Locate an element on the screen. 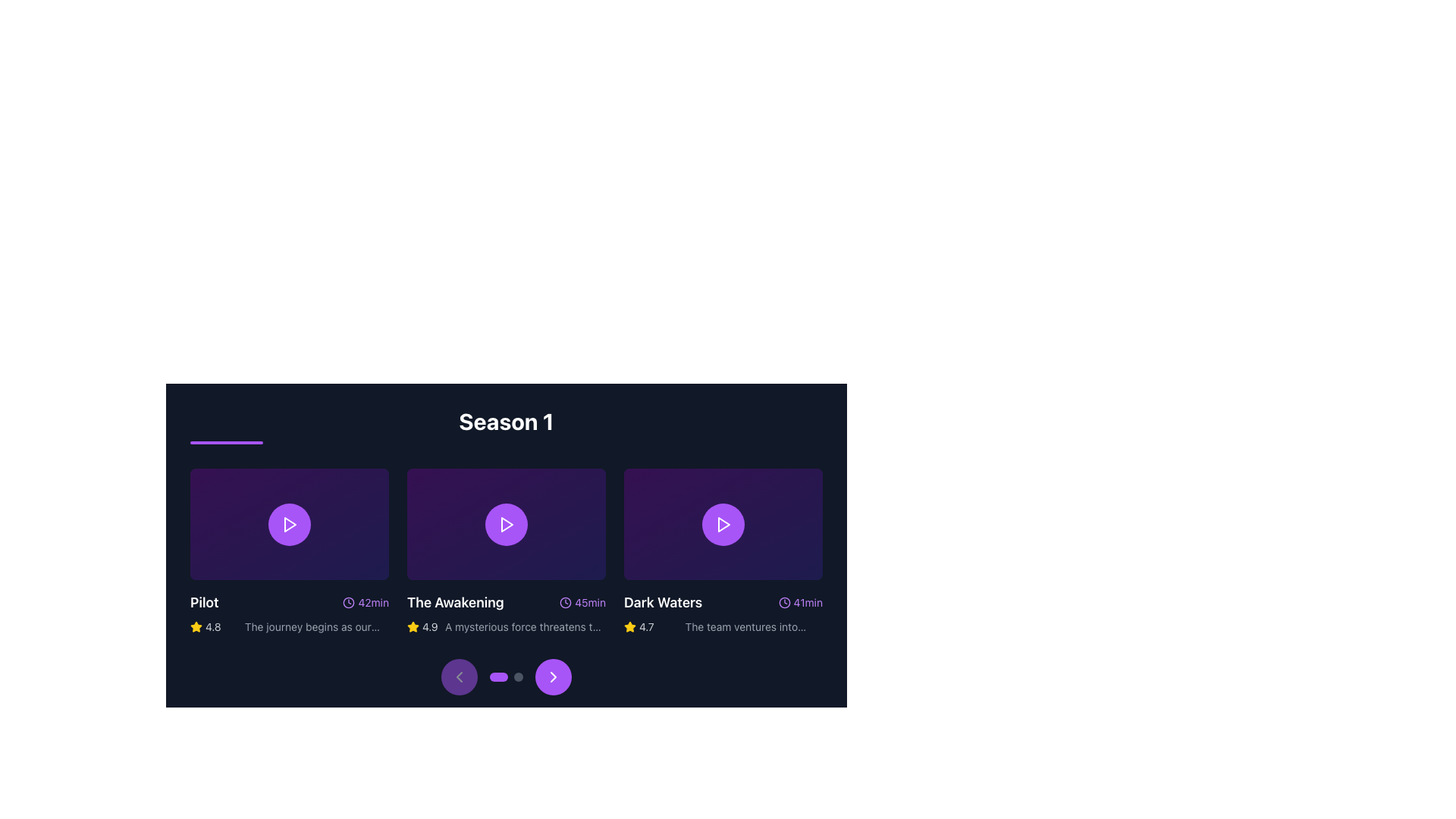 Image resolution: width=1456 pixels, height=819 pixels. the clickable video thumbnail with a play button, which features a gradient background and a central play icon is located at coordinates (290, 522).